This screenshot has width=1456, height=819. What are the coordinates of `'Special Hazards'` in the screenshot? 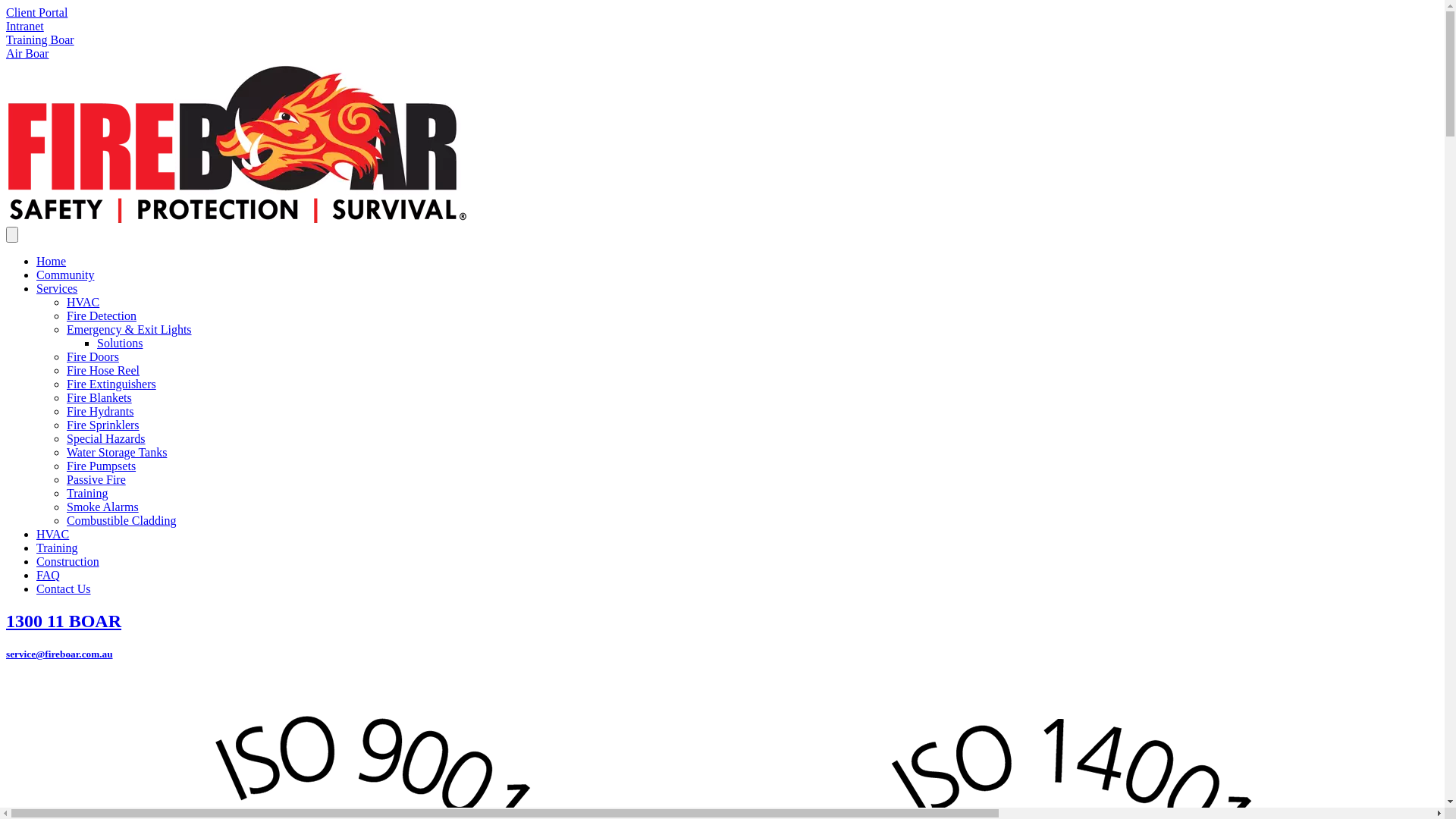 It's located at (105, 438).